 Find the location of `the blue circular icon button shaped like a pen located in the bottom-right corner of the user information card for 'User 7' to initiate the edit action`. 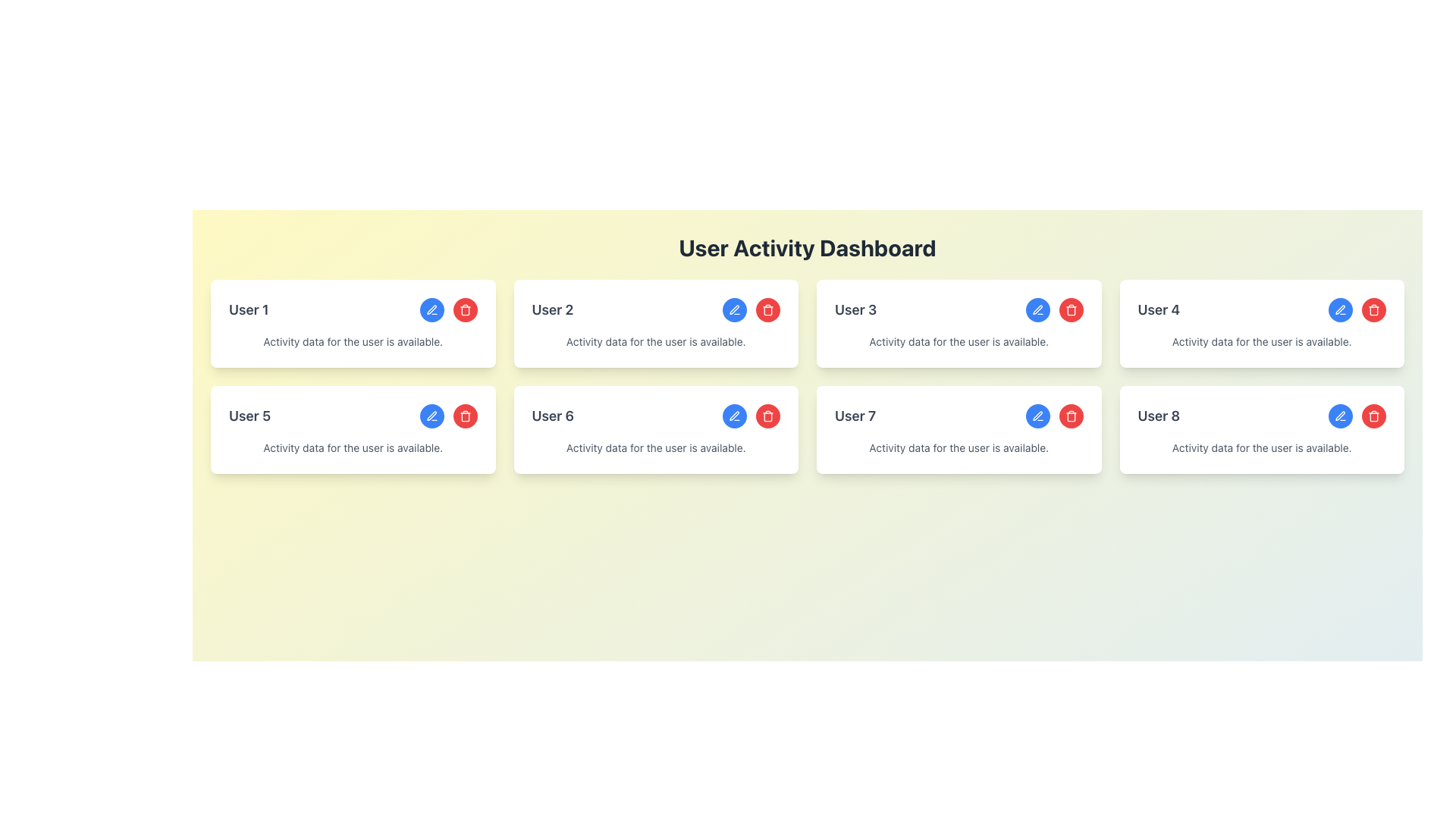

the blue circular icon button shaped like a pen located in the bottom-right corner of the user information card for 'User 7' to initiate the edit action is located at coordinates (1037, 416).